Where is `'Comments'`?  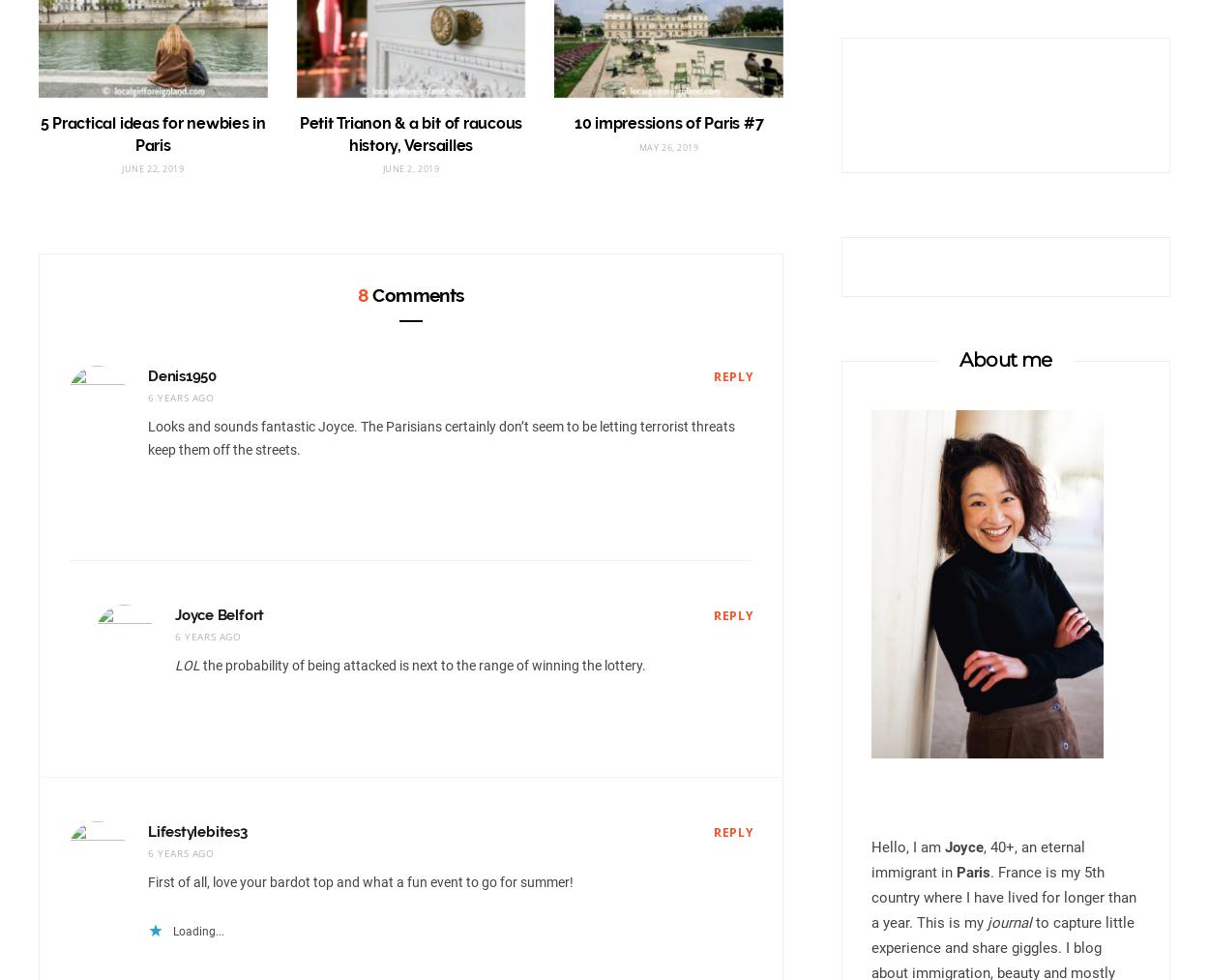 'Comments' is located at coordinates (415, 293).